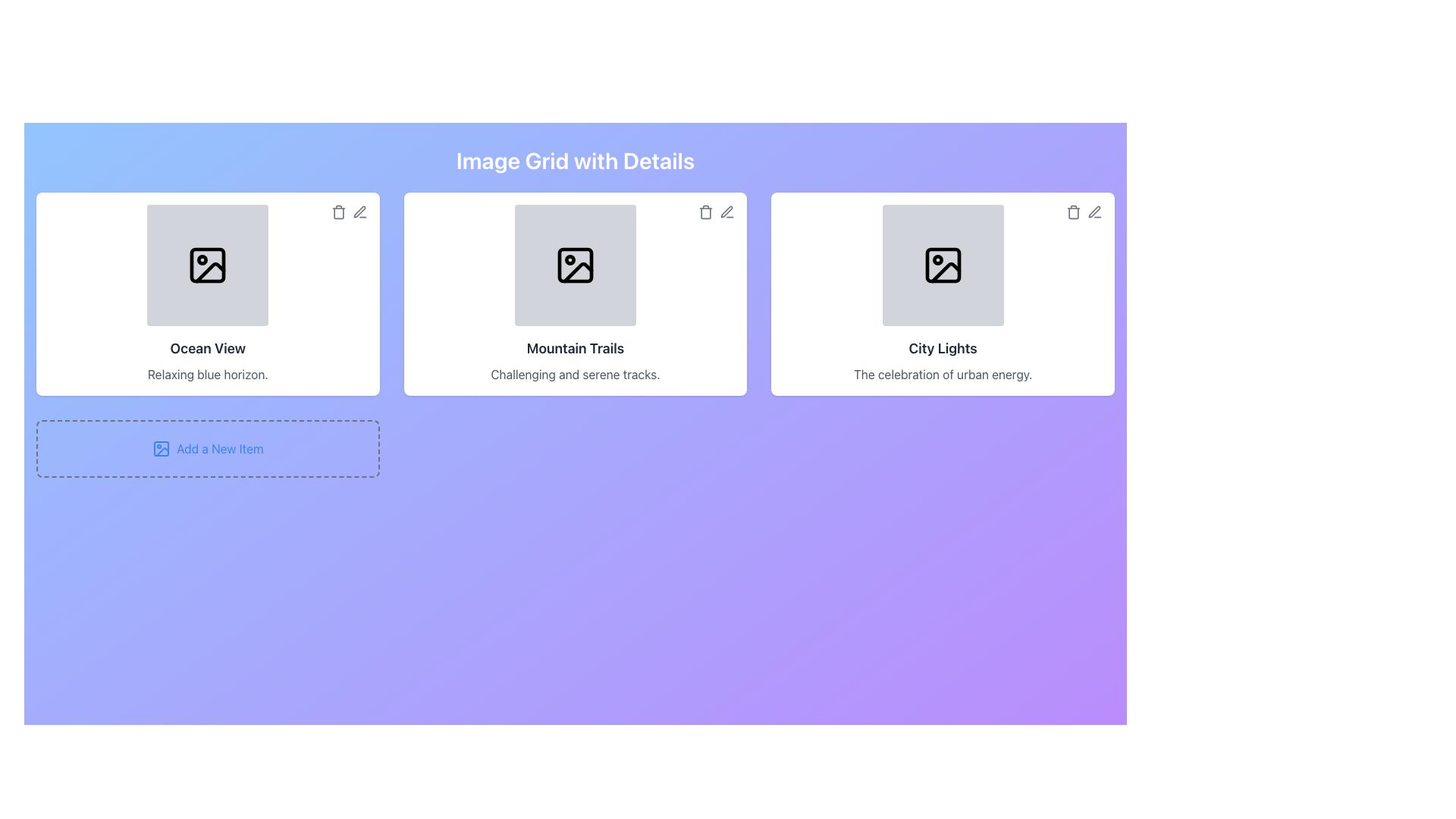  I want to click on the text label that serves as the title for the third item in the grid layout, positioned above the descriptive text 'The celebration of urban energy.', so click(942, 348).